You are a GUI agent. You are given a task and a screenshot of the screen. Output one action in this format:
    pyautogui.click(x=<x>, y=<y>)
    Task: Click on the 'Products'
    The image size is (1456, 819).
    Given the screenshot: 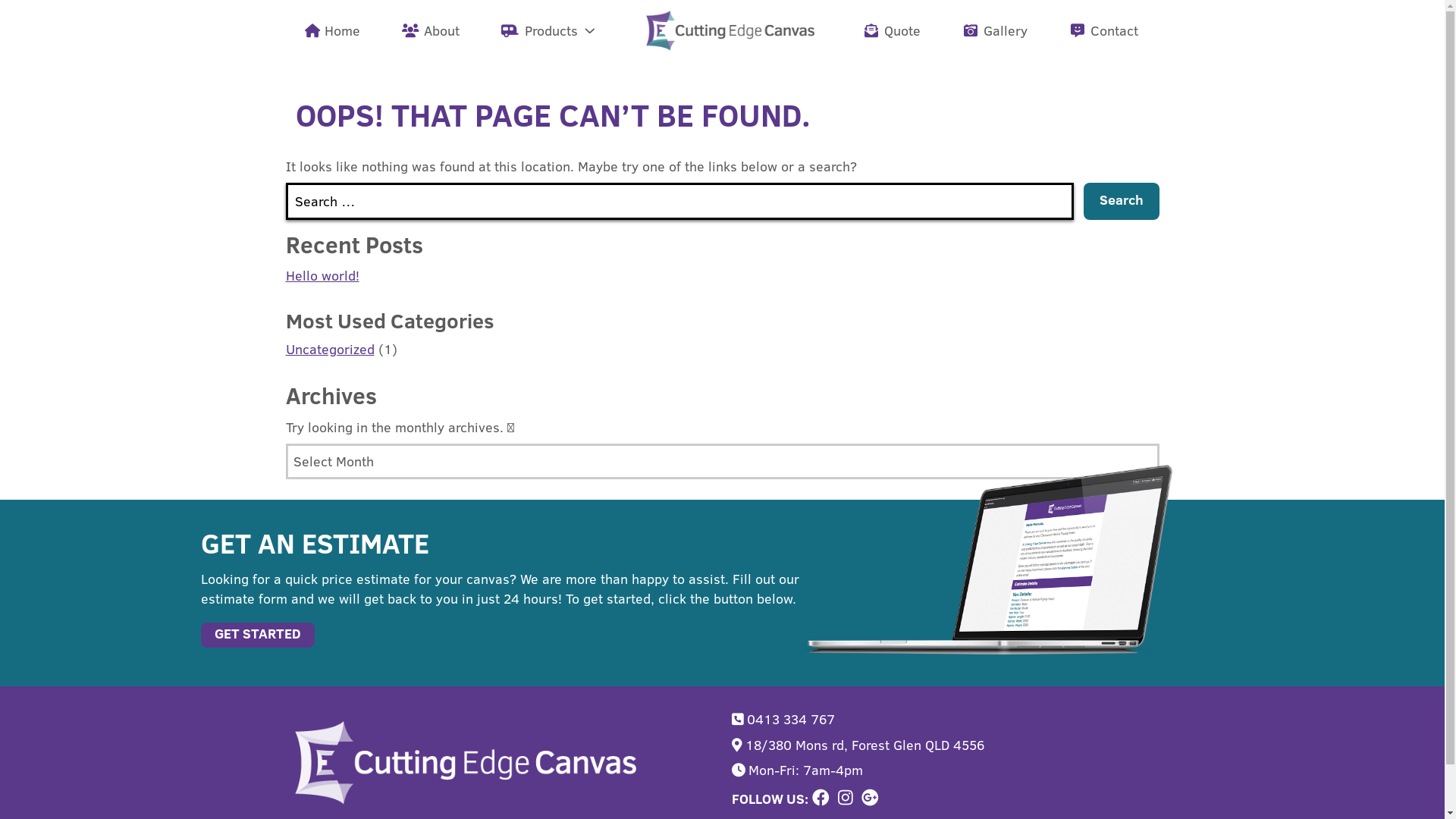 What is the action you would take?
    pyautogui.click(x=548, y=30)
    